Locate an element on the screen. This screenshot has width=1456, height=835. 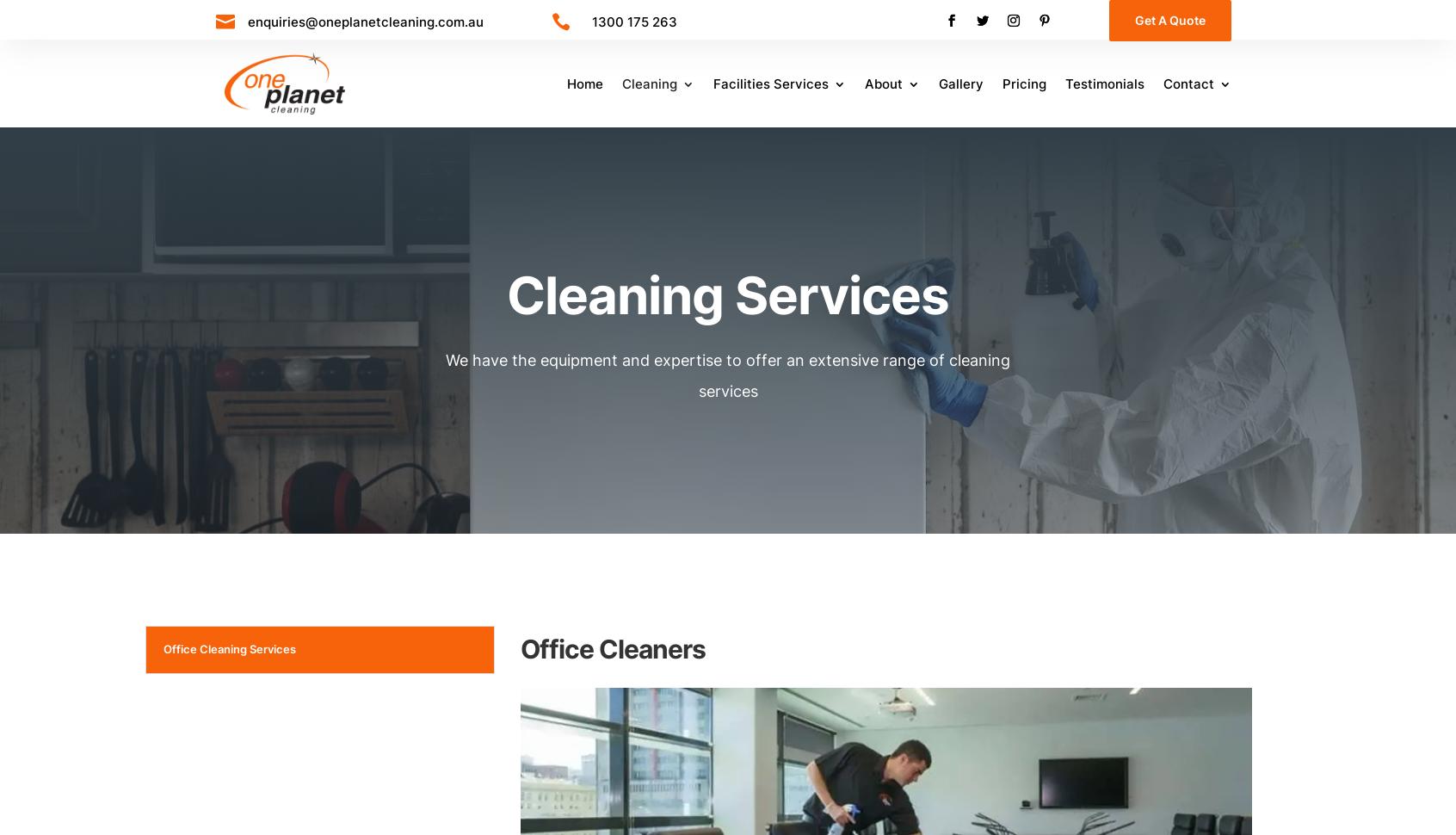
'Waste' is located at coordinates (756, 167).